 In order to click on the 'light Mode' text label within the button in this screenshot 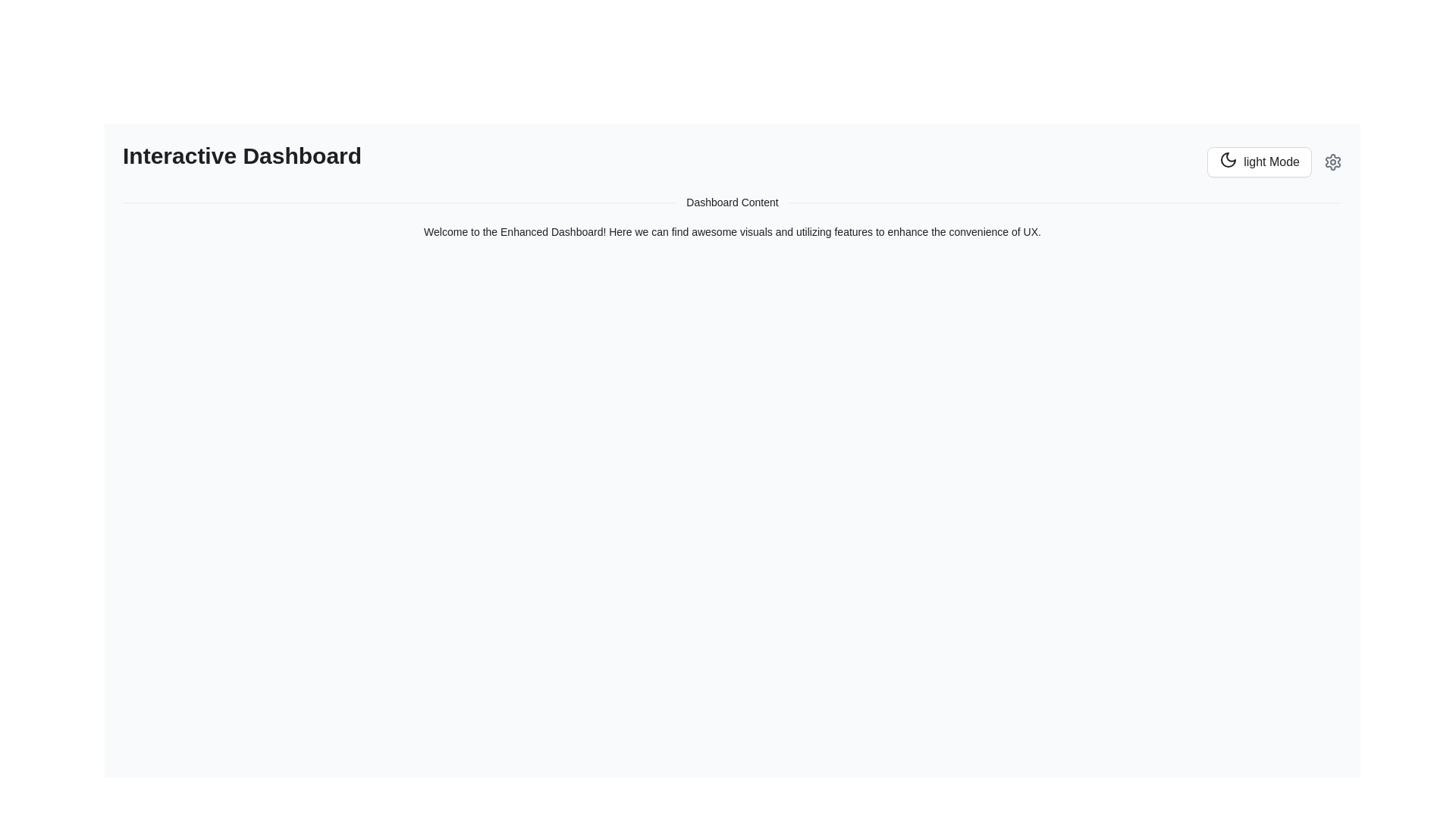, I will do `click(1272, 162)`.